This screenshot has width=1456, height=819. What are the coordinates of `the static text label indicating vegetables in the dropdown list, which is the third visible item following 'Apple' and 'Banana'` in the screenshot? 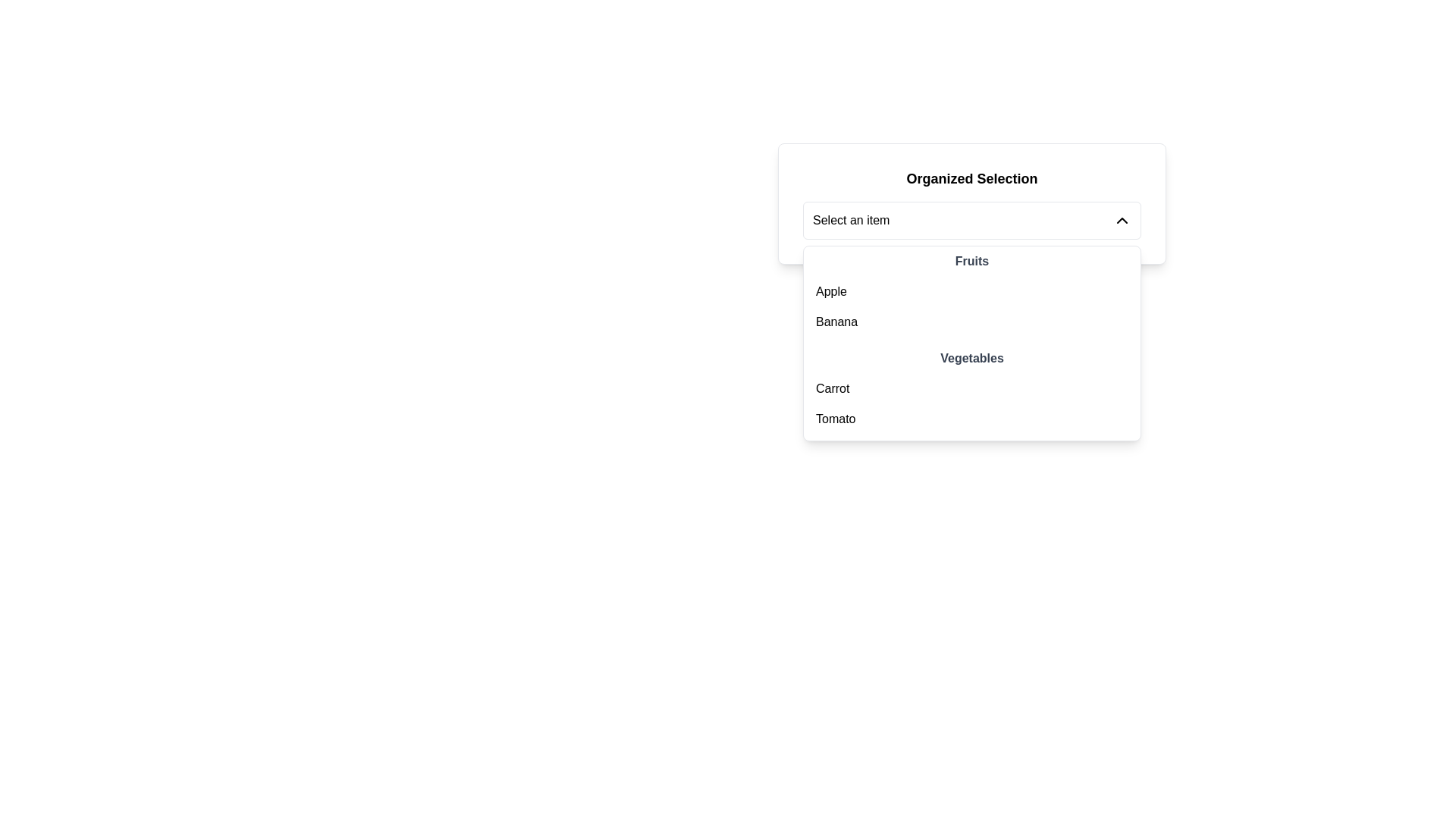 It's located at (971, 359).